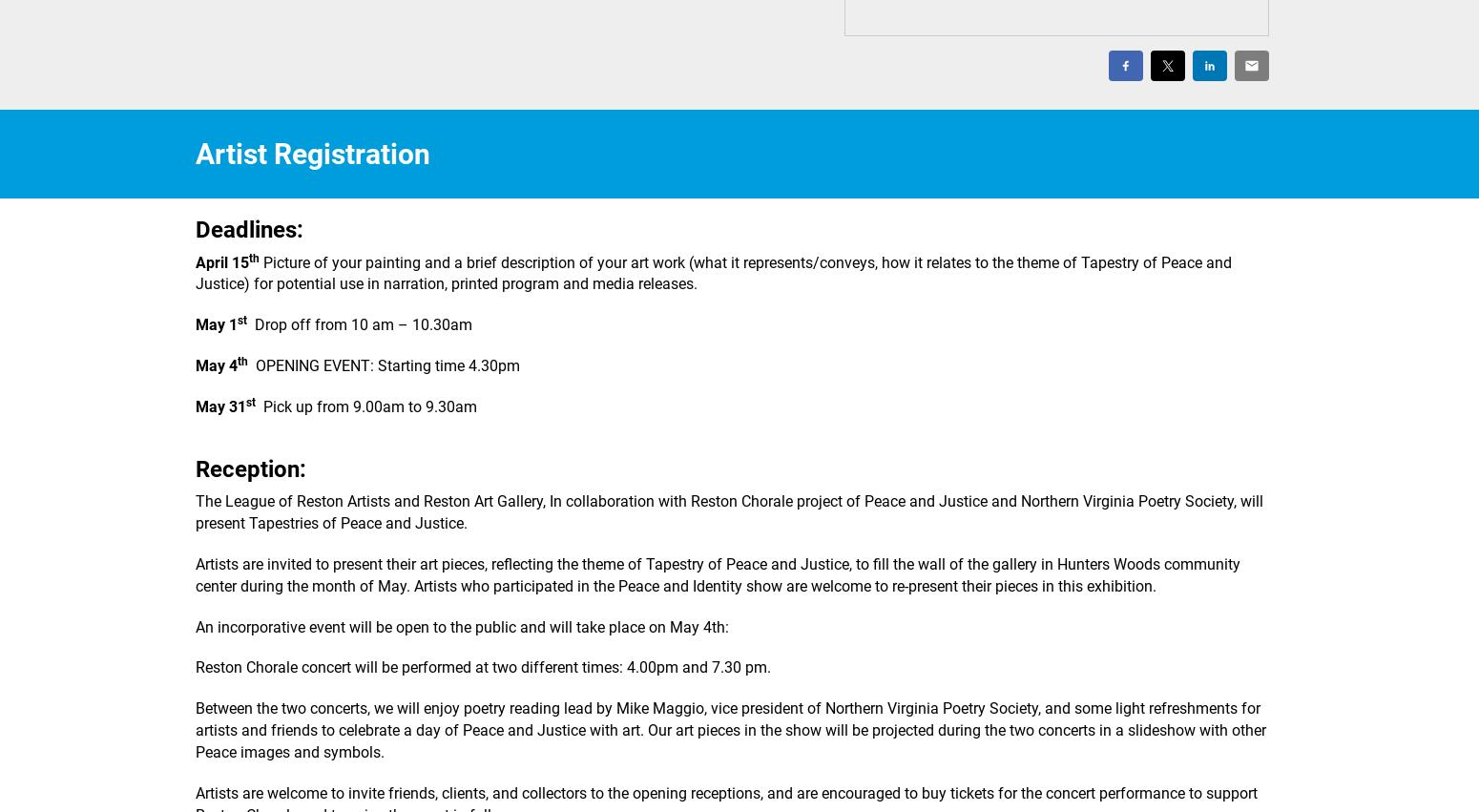 This screenshot has width=1479, height=812. I want to click on 'May 4', so click(216, 365).